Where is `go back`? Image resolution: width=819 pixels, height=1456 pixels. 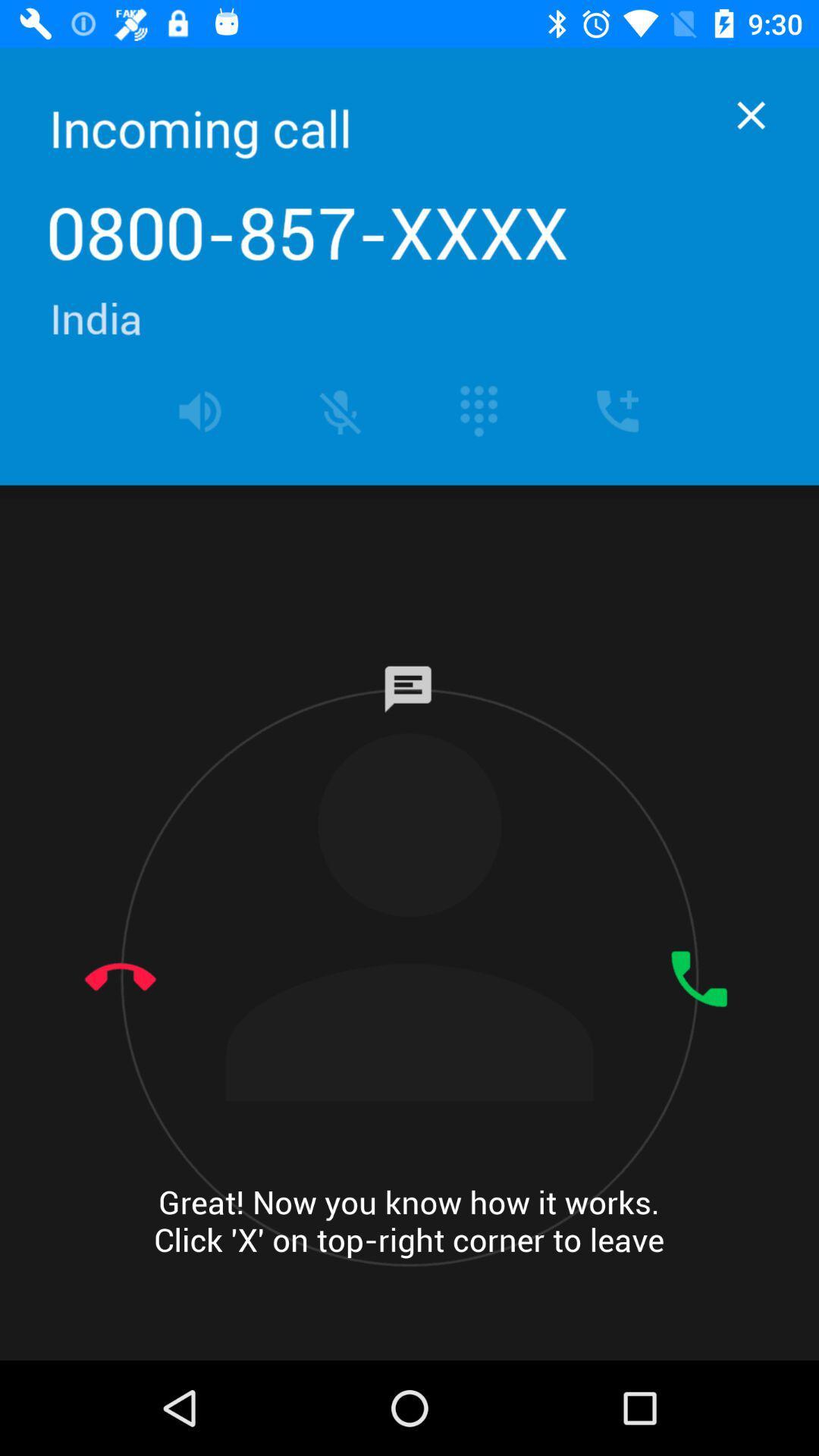 go back is located at coordinates (751, 115).